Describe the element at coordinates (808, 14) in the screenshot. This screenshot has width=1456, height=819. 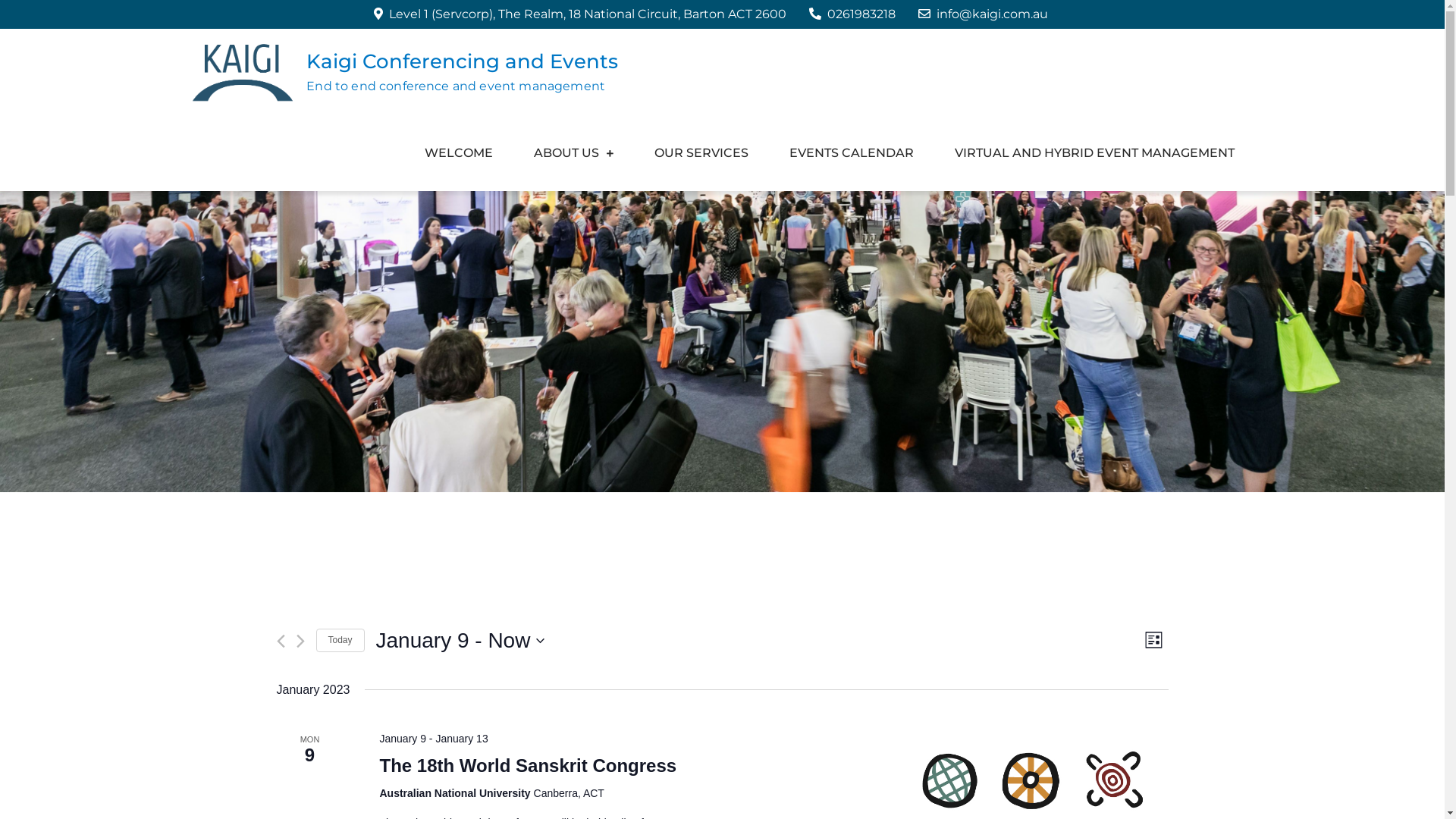
I see `'0261983218'` at that location.